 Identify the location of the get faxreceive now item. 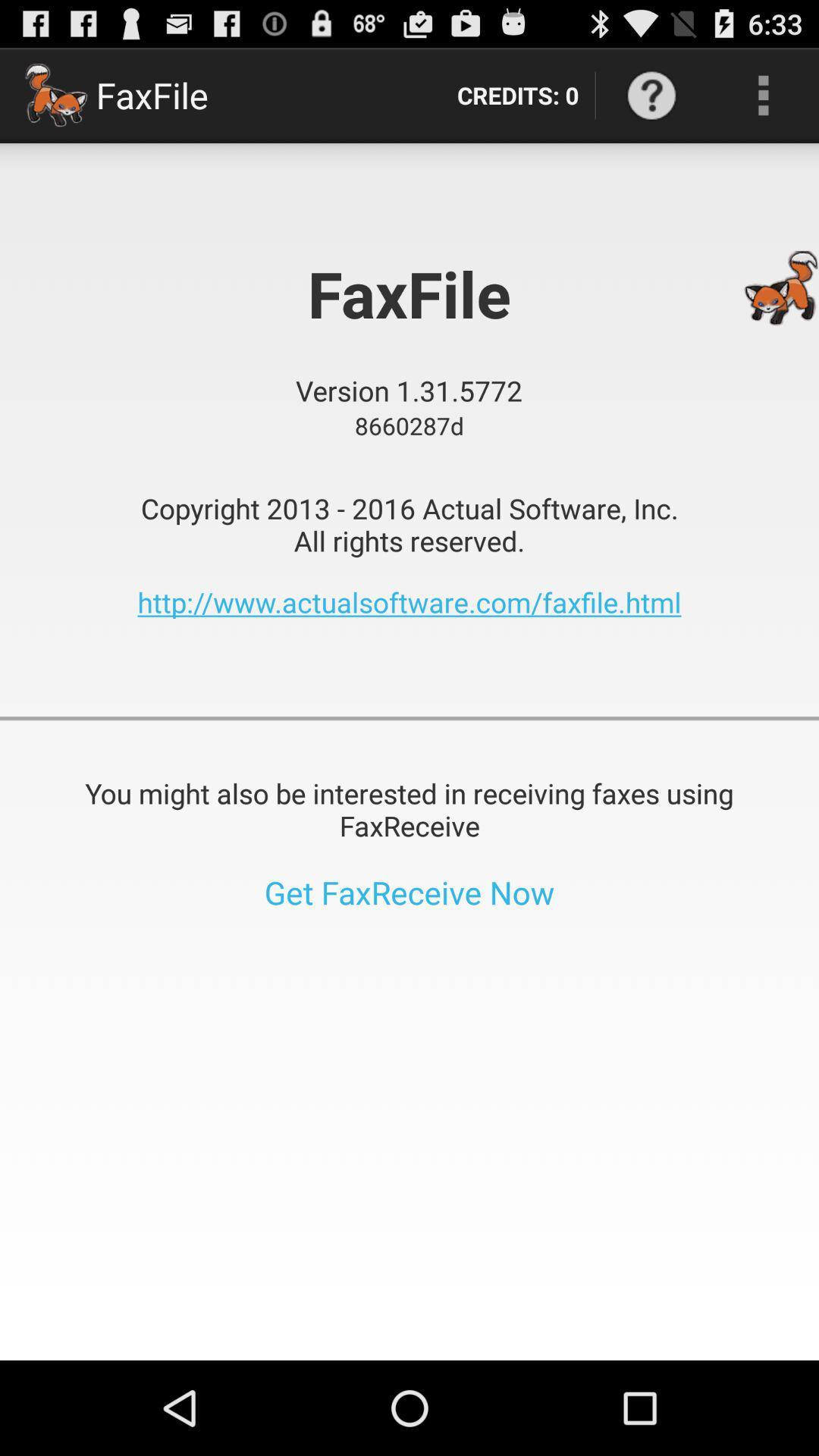
(409, 892).